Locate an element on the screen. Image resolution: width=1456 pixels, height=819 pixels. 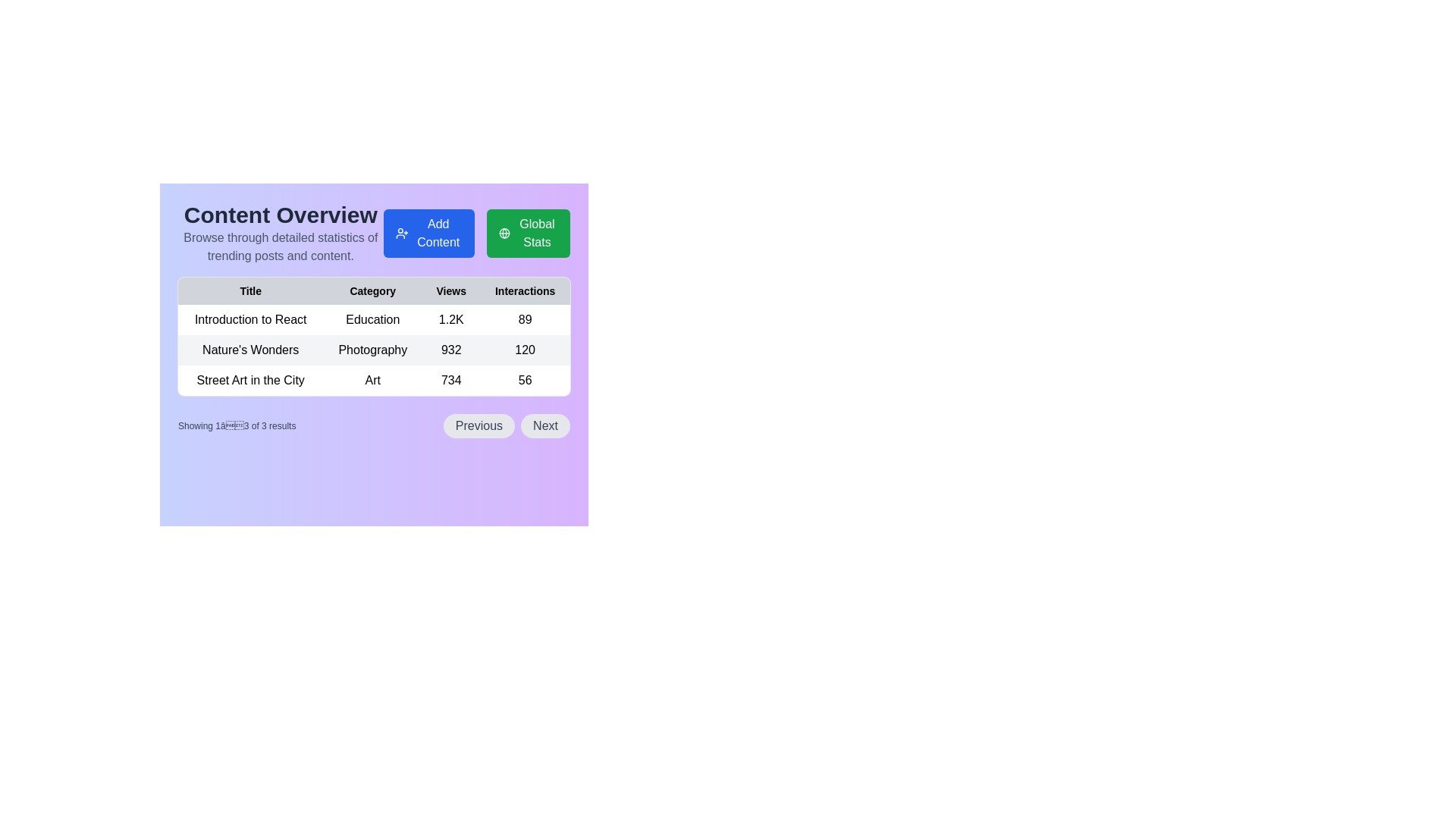
value displayed in the text element showing '932', which is centrally aligned in the 'Views' column for the entry 'Nature's Wonders' in the table layout is located at coordinates (450, 350).